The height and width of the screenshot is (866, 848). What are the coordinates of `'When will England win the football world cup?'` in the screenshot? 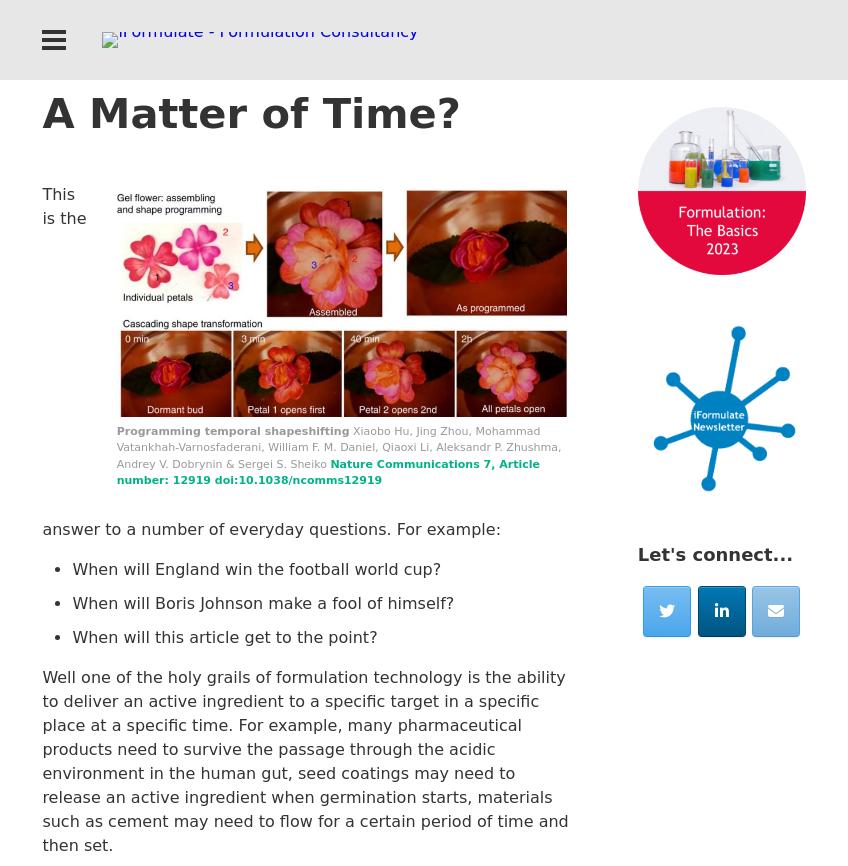 It's located at (255, 568).